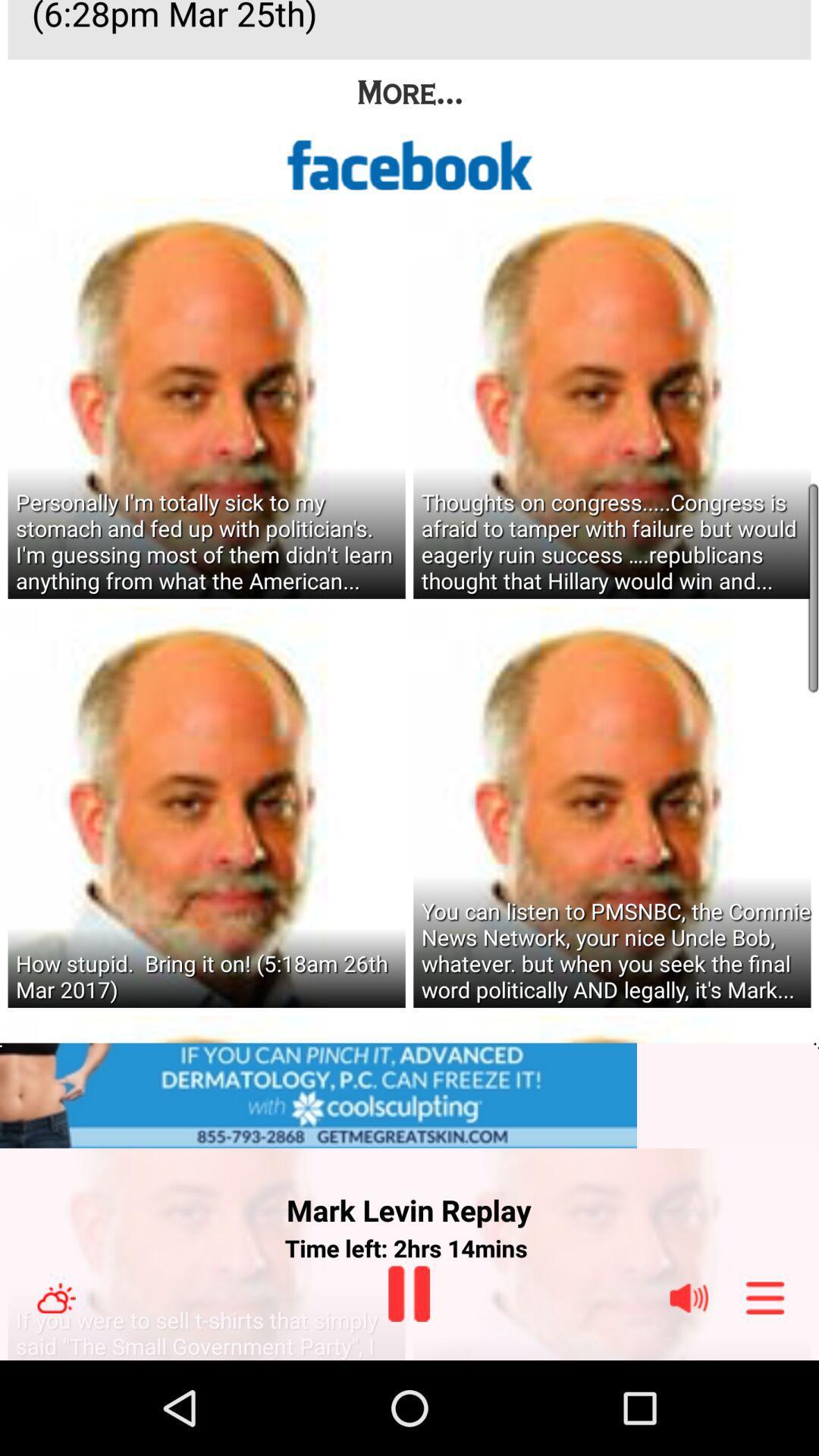 This screenshot has width=819, height=1456. What do you see at coordinates (408, 1385) in the screenshot?
I see `the pause icon` at bounding box center [408, 1385].